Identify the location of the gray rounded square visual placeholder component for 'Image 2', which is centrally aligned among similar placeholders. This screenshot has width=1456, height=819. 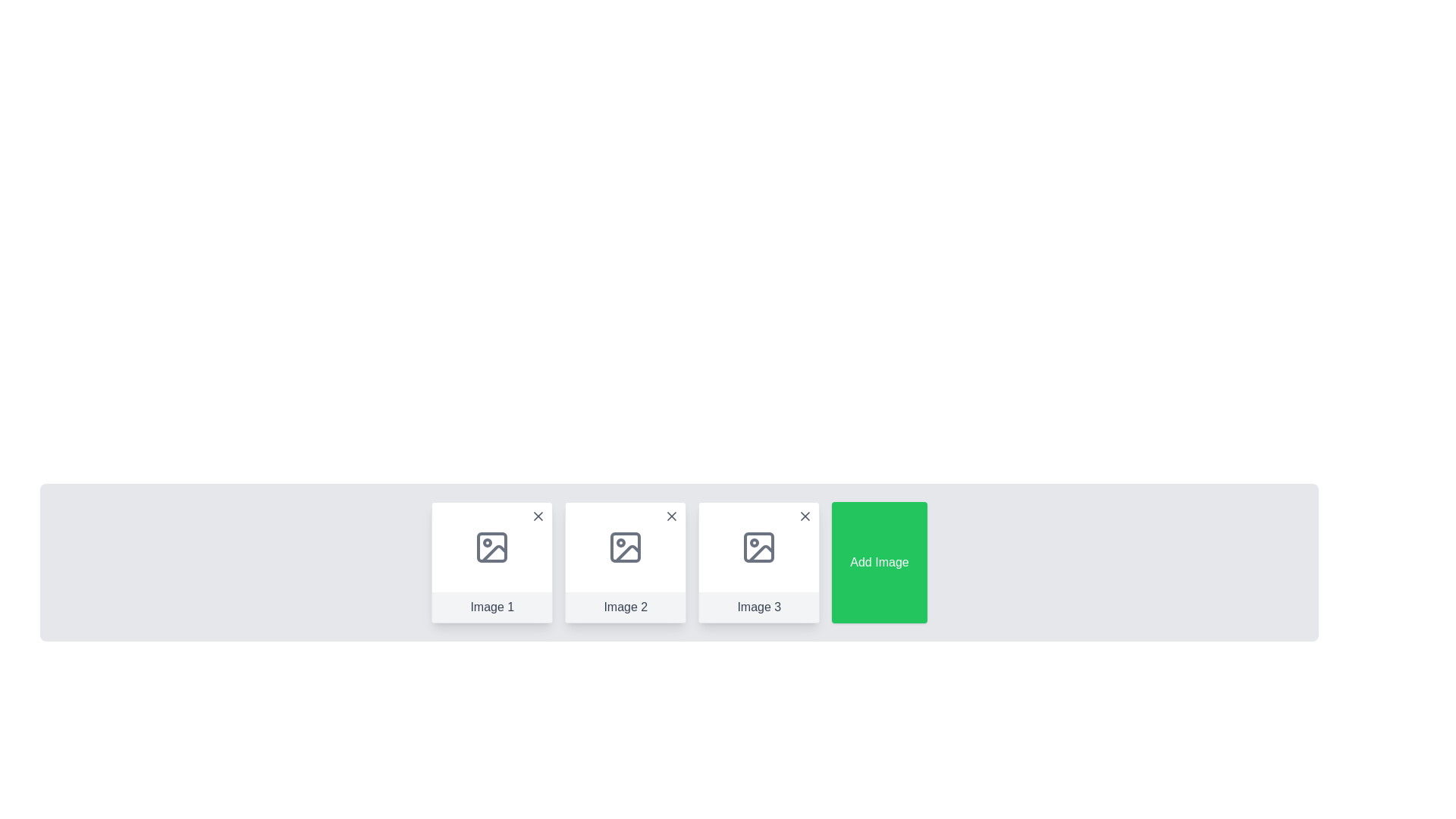
(626, 547).